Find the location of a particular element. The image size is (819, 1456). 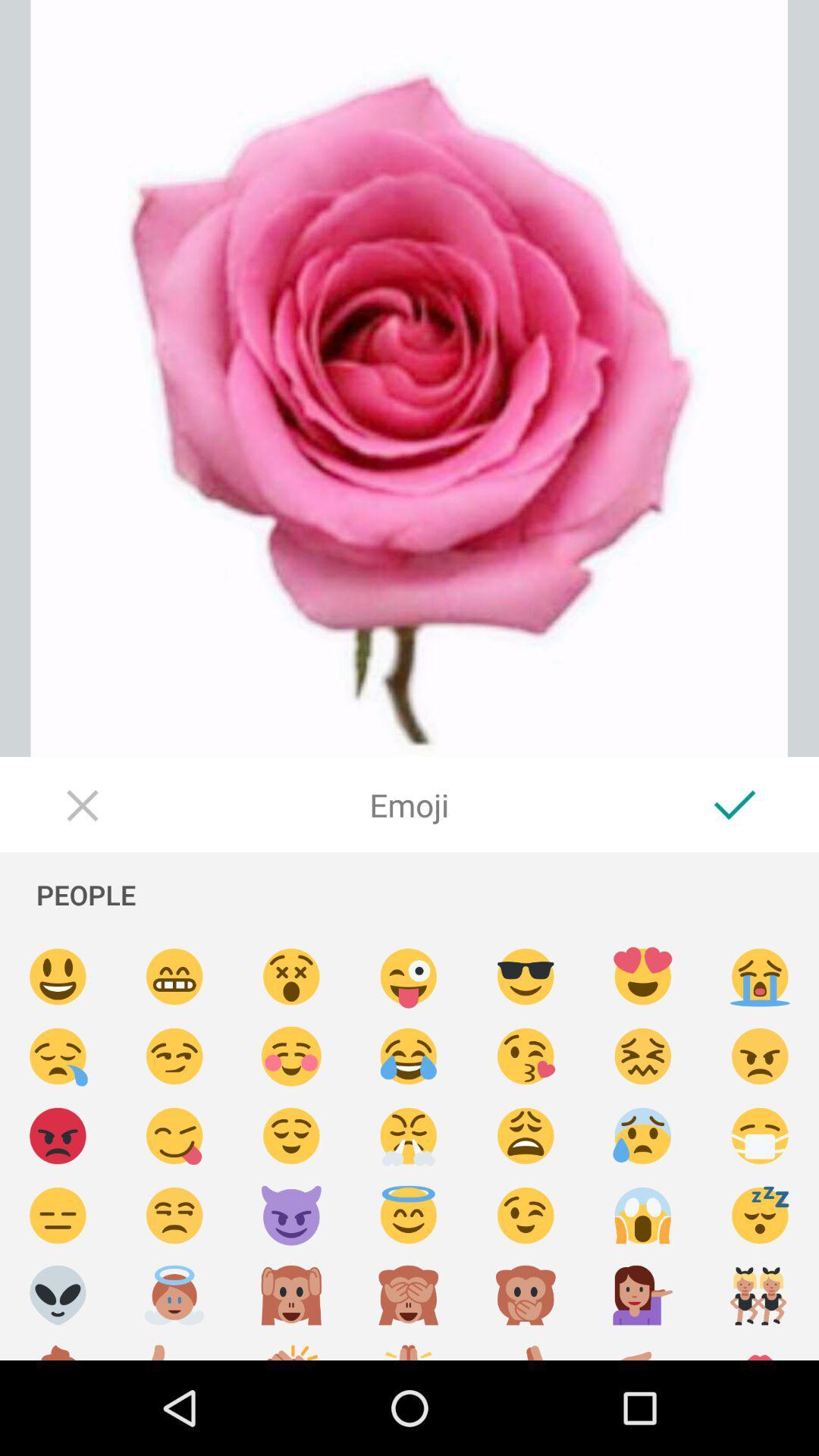

use emoji is located at coordinates (643, 977).